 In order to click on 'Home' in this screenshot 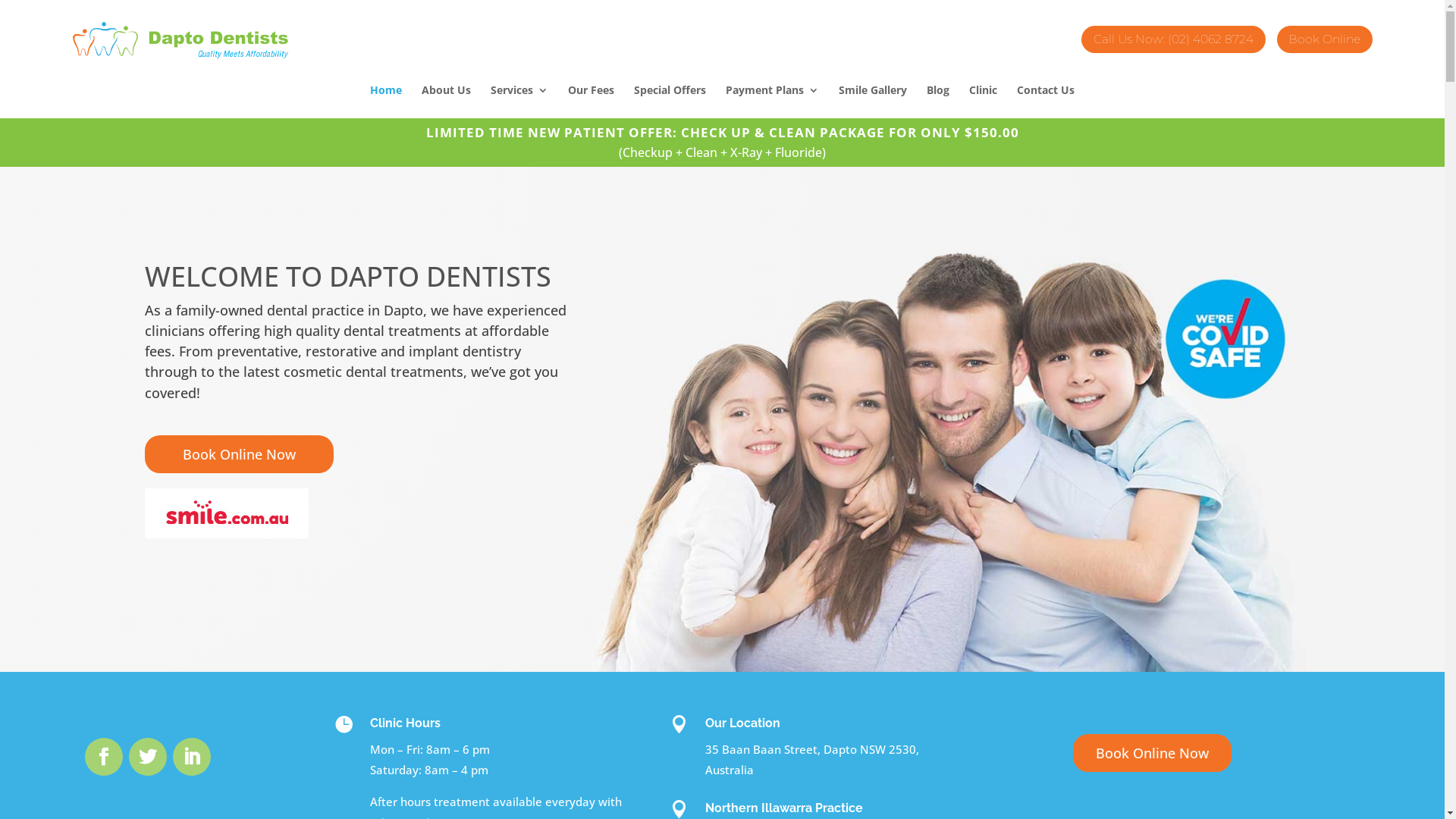, I will do `click(370, 102)`.